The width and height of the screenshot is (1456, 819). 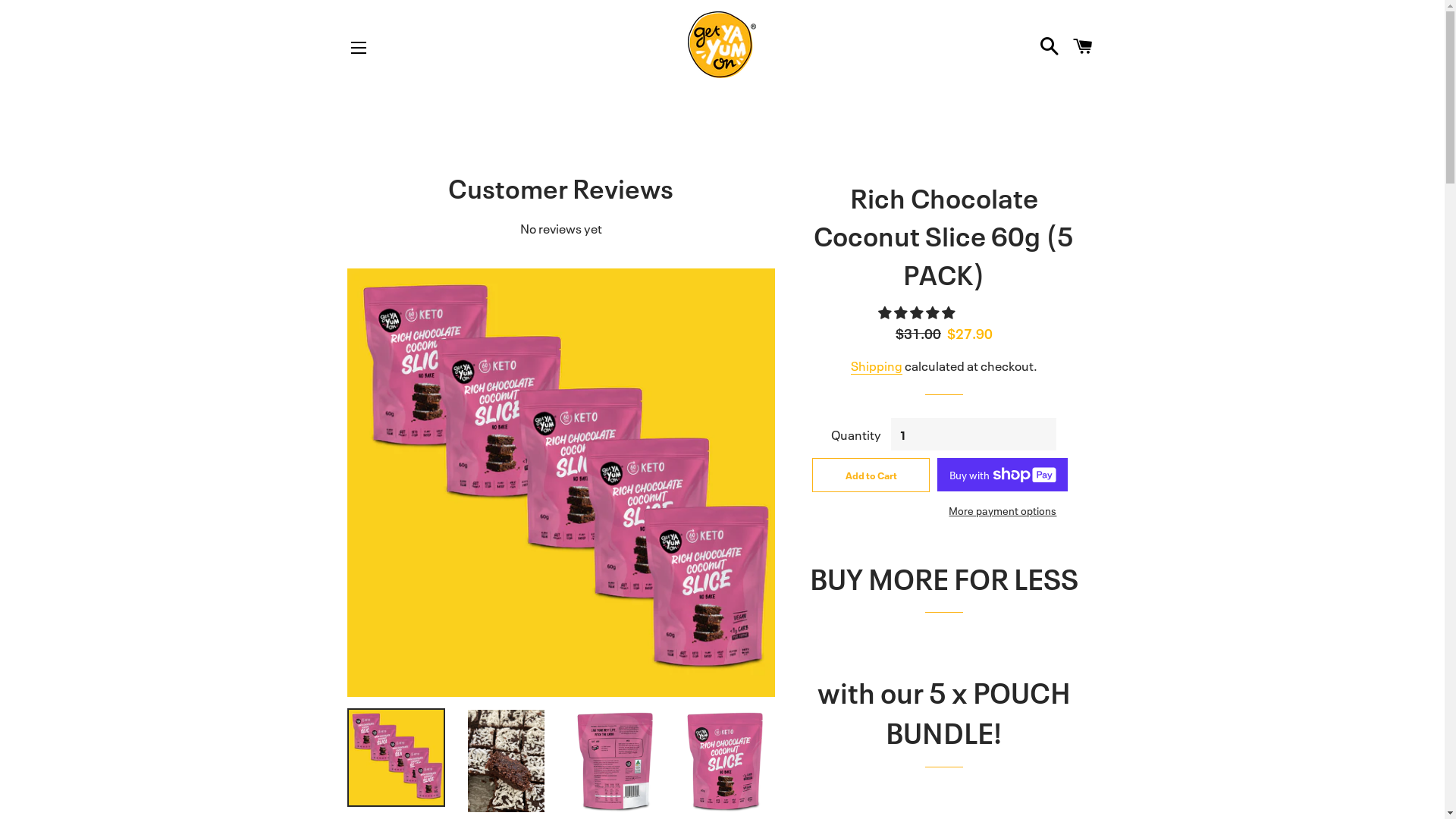 What do you see at coordinates (937, 510) in the screenshot?
I see `'More payment options'` at bounding box center [937, 510].